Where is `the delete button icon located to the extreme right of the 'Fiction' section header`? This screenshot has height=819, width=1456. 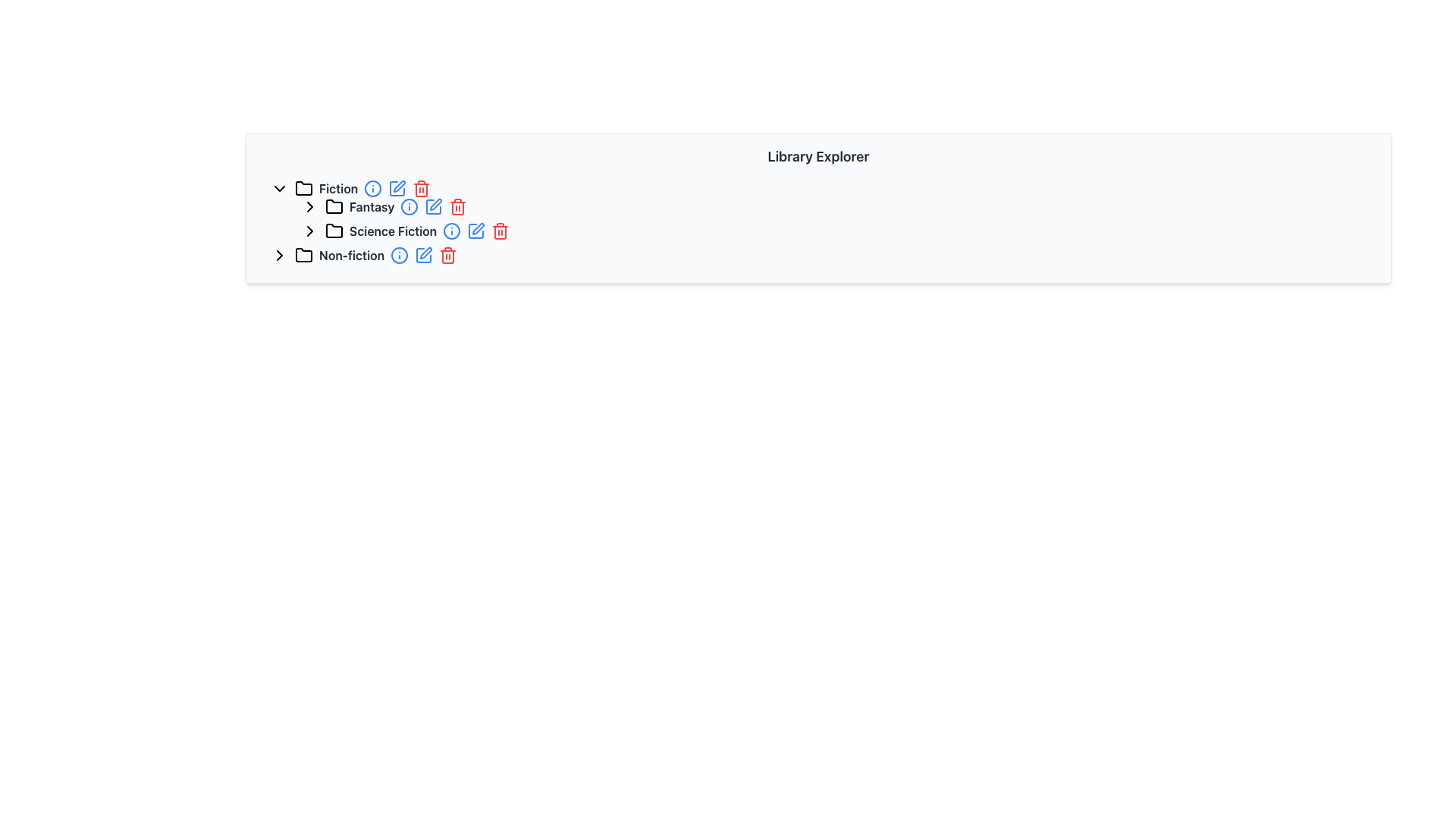 the delete button icon located to the extreme right of the 'Fiction' section header is located at coordinates (422, 188).